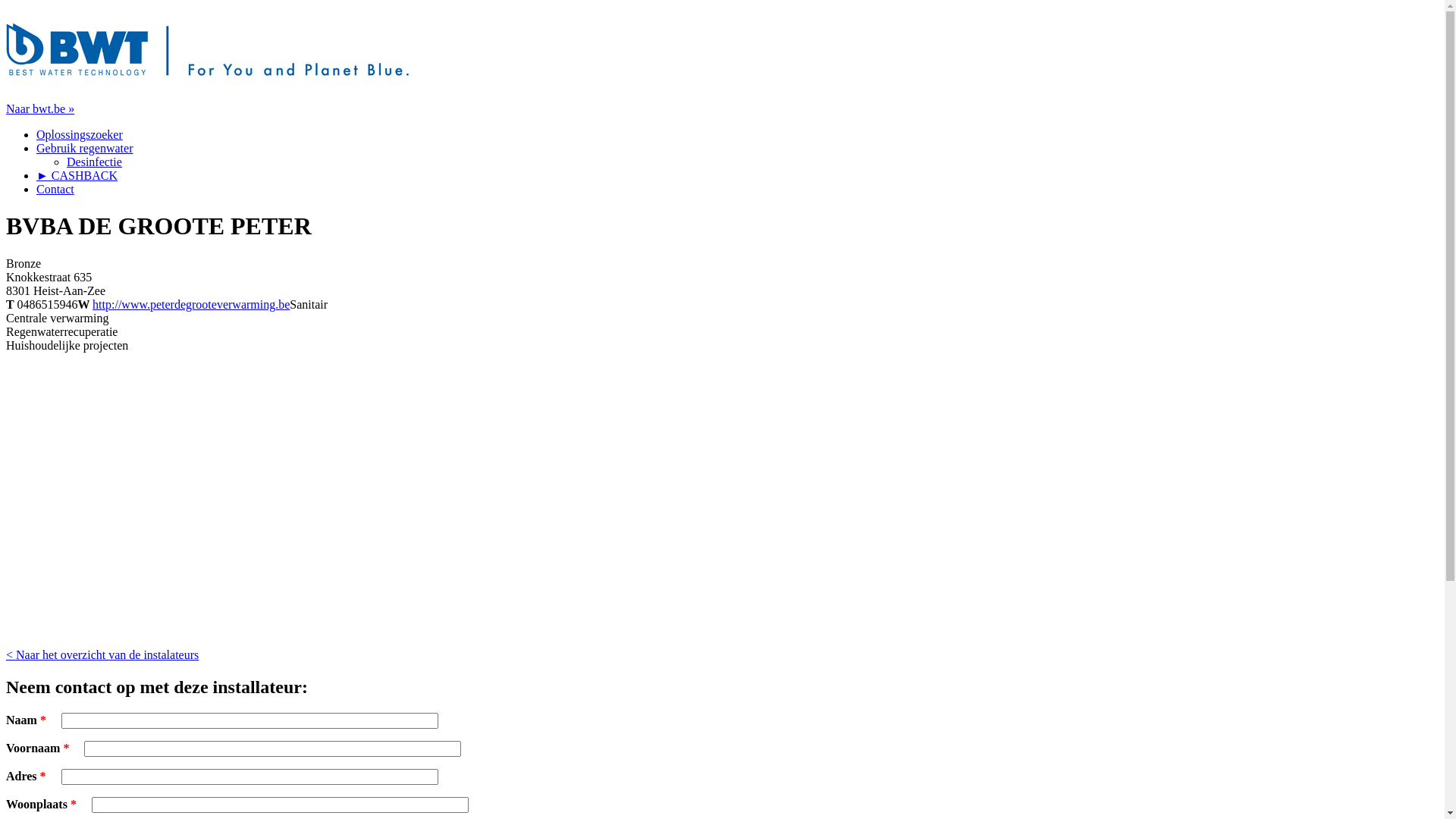 This screenshot has height=819, width=1456. I want to click on 'Jump to navigation', so click(52, 12).